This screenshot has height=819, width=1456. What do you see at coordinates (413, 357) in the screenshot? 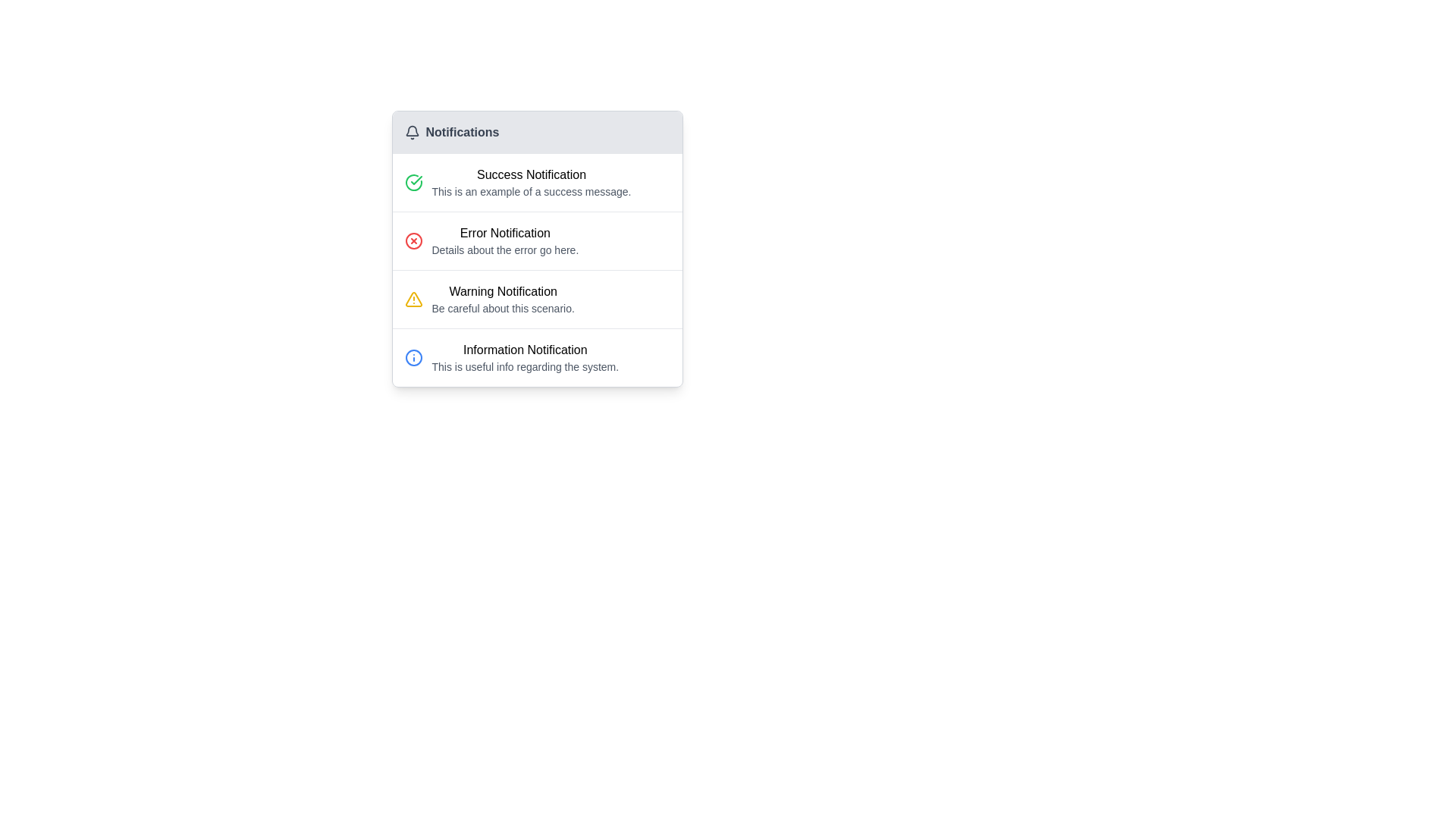
I see `the circular blue icon with an 'i' symbol inside, located in the lower section of the notifications panel, next to the 'Information Notification' entry` at bounding box center [413, 357].